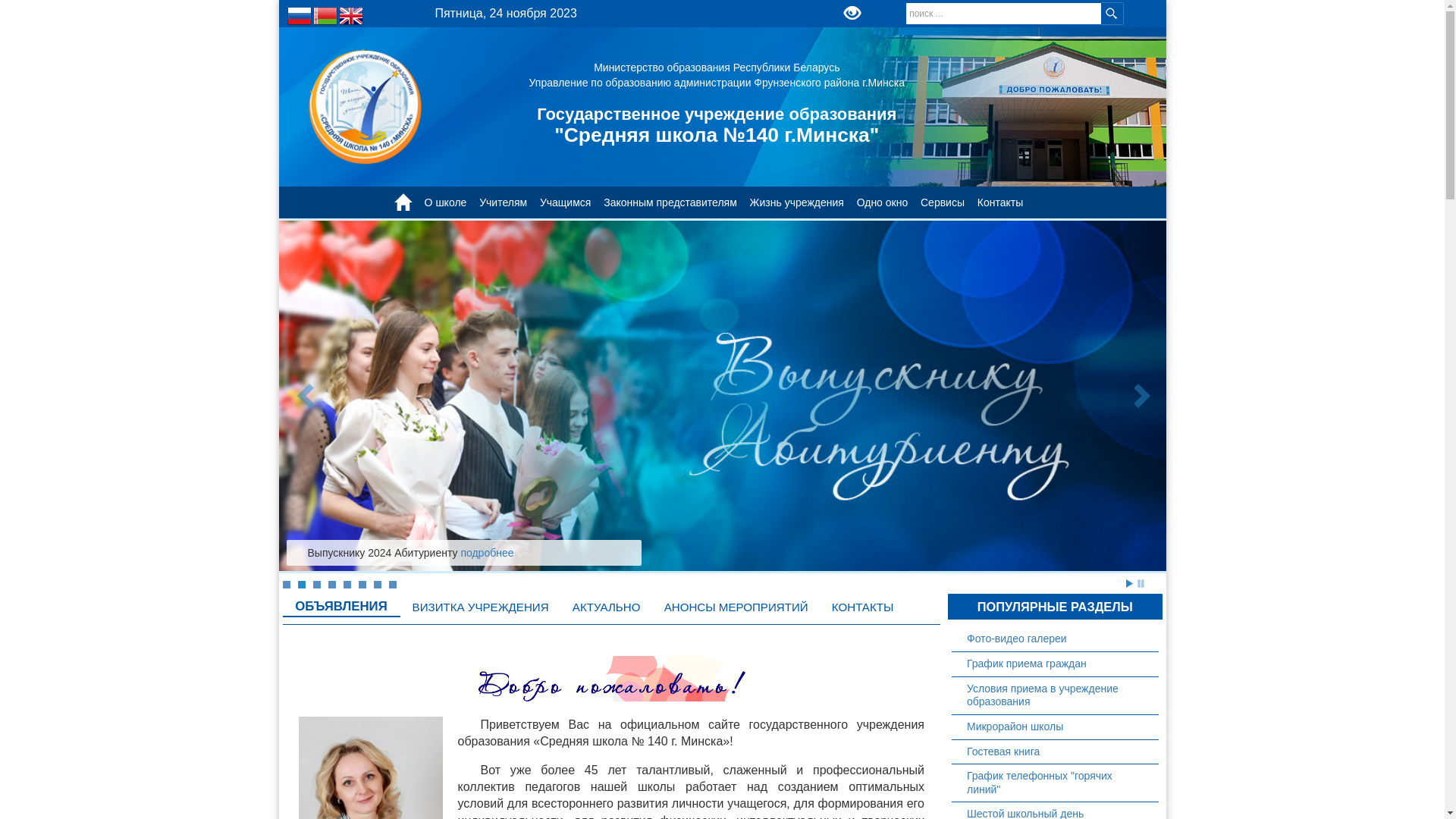 Image resolution: width=1456 pixels, height=819 pixels. Describe the element at coordinates (360, 584) in the screenshot. I see `'6'` at that location.